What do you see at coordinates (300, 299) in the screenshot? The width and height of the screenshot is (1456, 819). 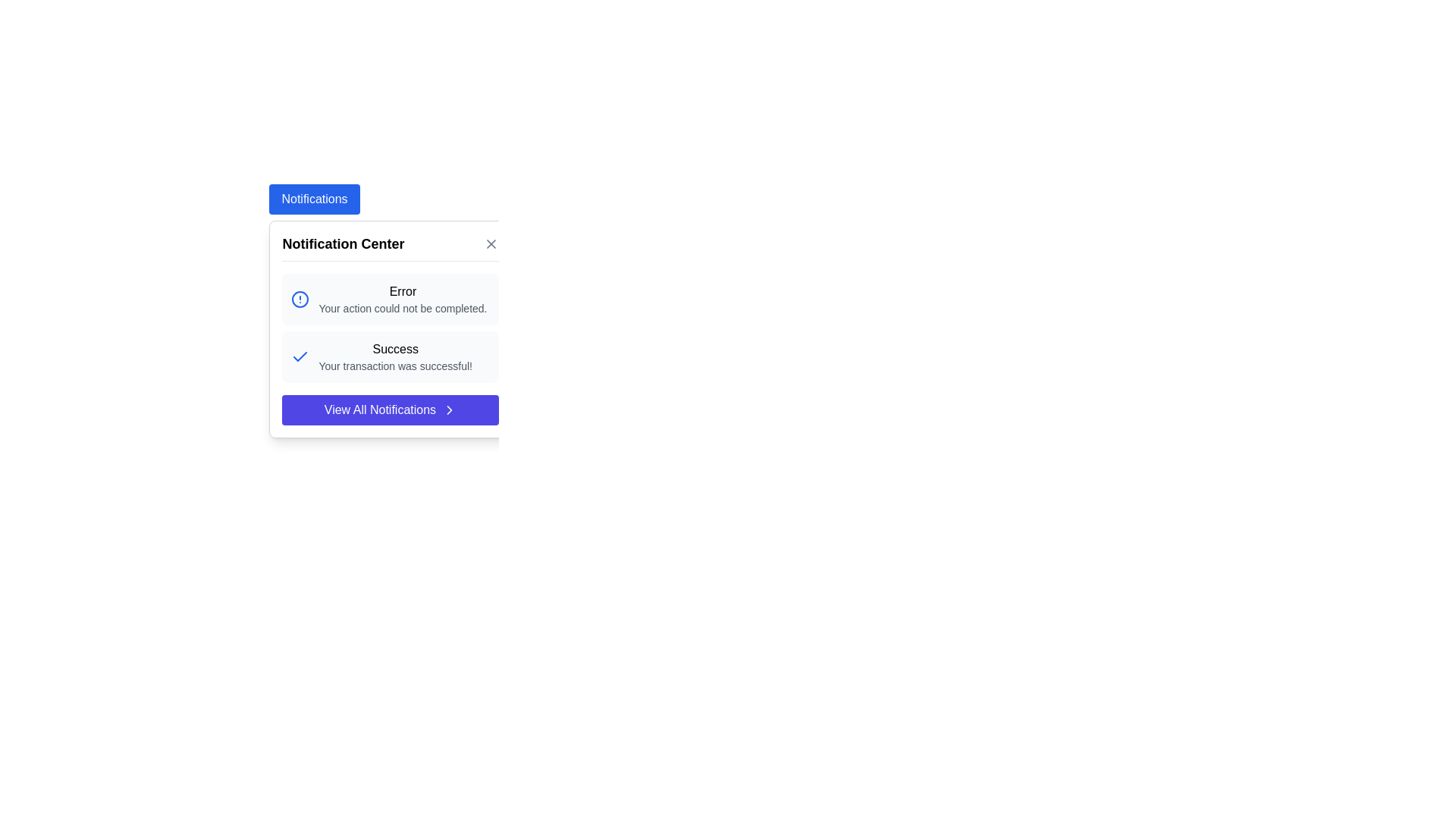 I see `the circular blue outlined icon with a vertical line at its center, which is located to the left of the 'Error' title in the notification card` at bounding box center [300, 299].